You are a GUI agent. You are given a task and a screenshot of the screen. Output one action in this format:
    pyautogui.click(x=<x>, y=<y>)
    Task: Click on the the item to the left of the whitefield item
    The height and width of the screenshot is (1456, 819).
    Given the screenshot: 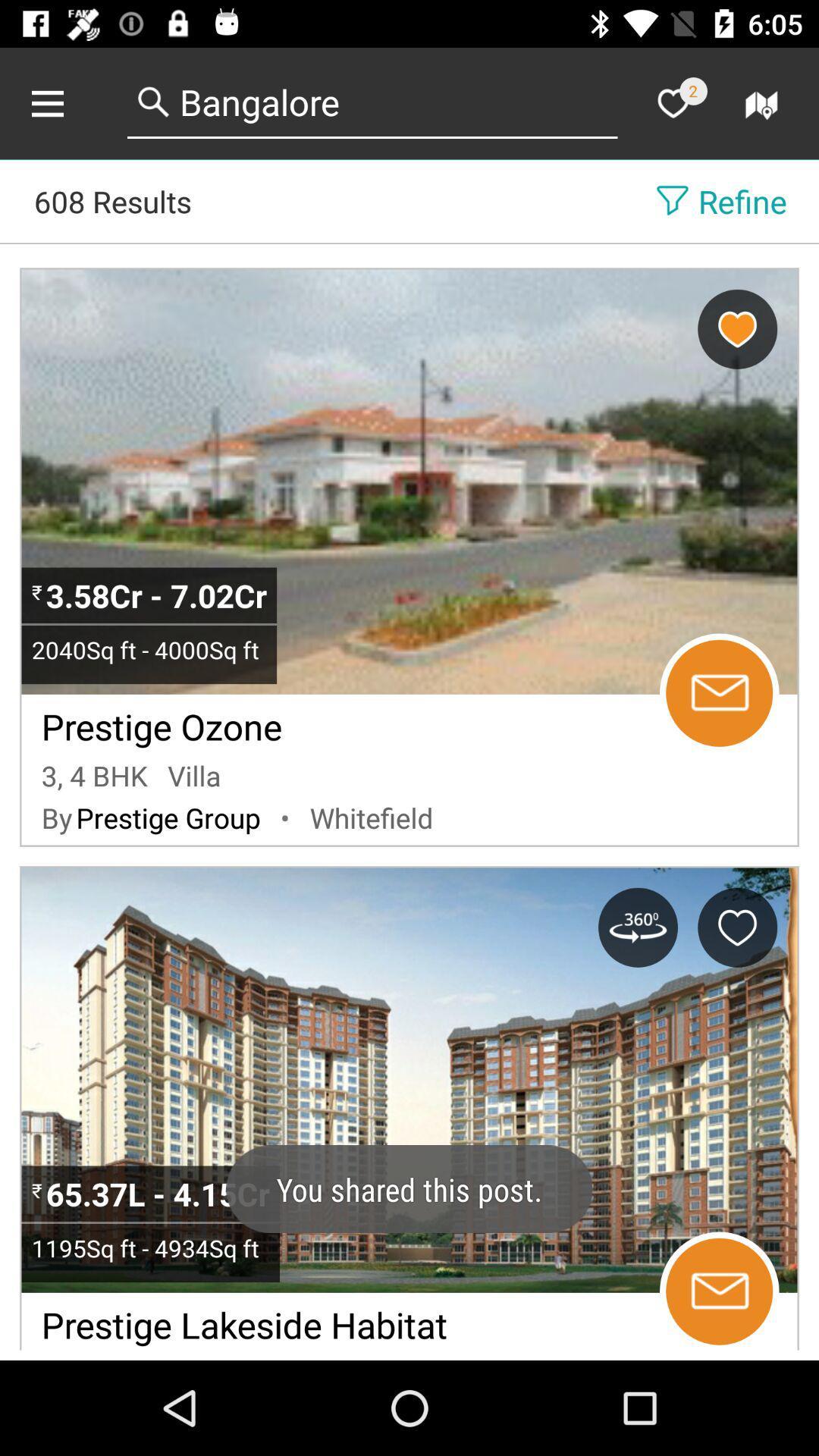 What is the action you would take?
    pyautogui.click(x=285, y=817)
    